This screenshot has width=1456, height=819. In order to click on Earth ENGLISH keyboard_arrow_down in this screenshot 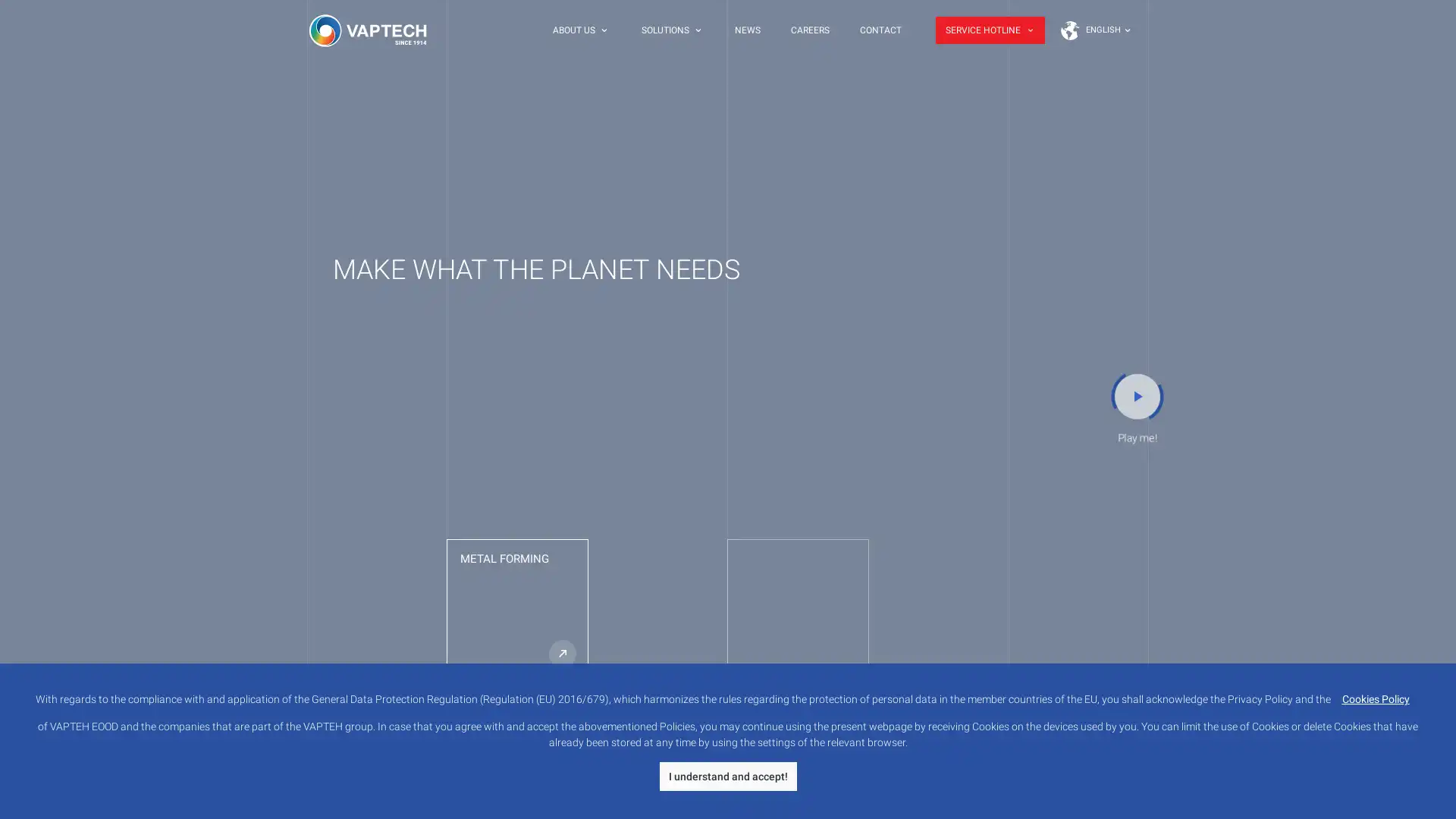, I will do `click(1097, 30)`.